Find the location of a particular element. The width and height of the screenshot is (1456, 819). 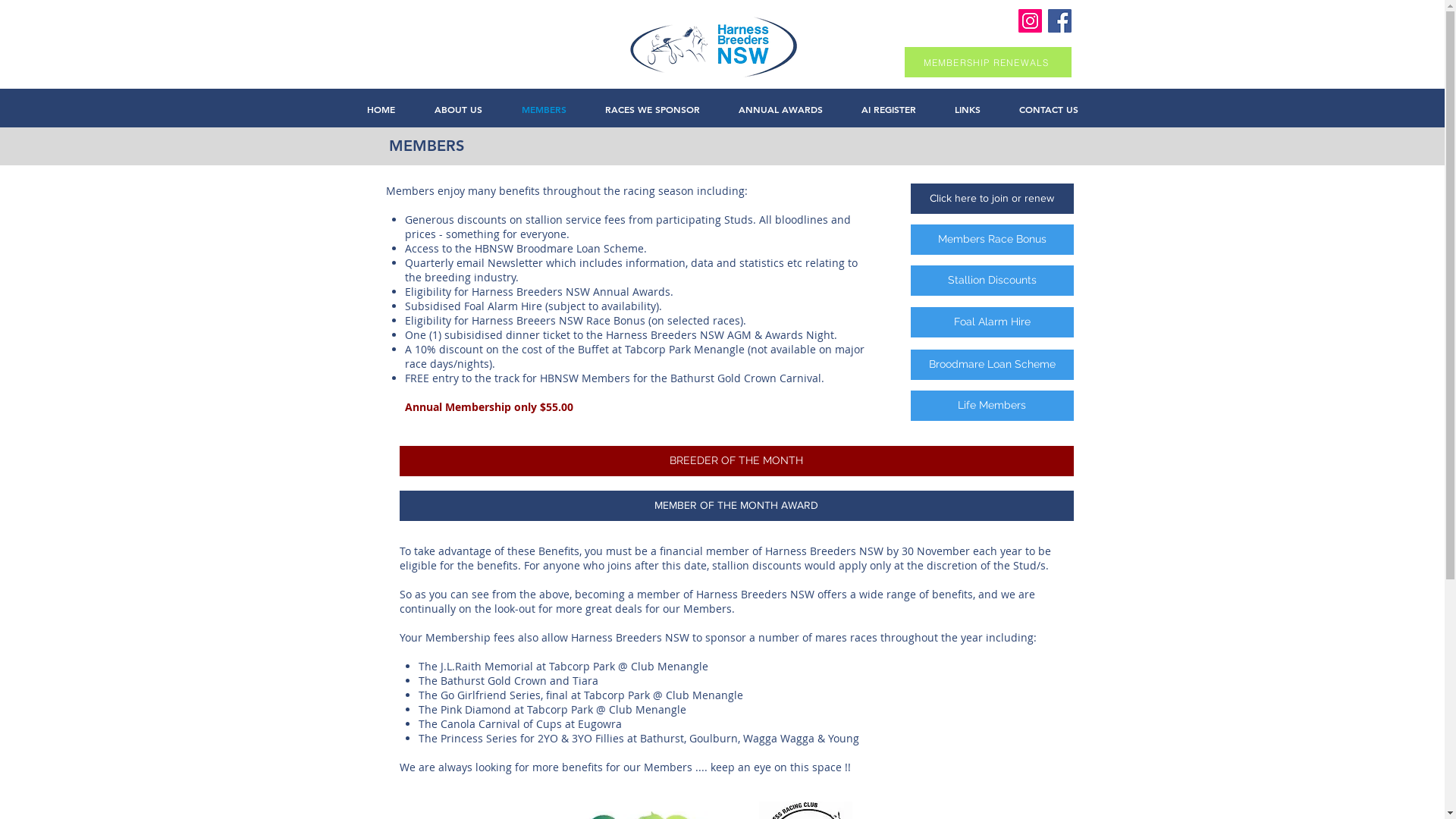

'CONTACT US' is located at coordinates (1047, 108).